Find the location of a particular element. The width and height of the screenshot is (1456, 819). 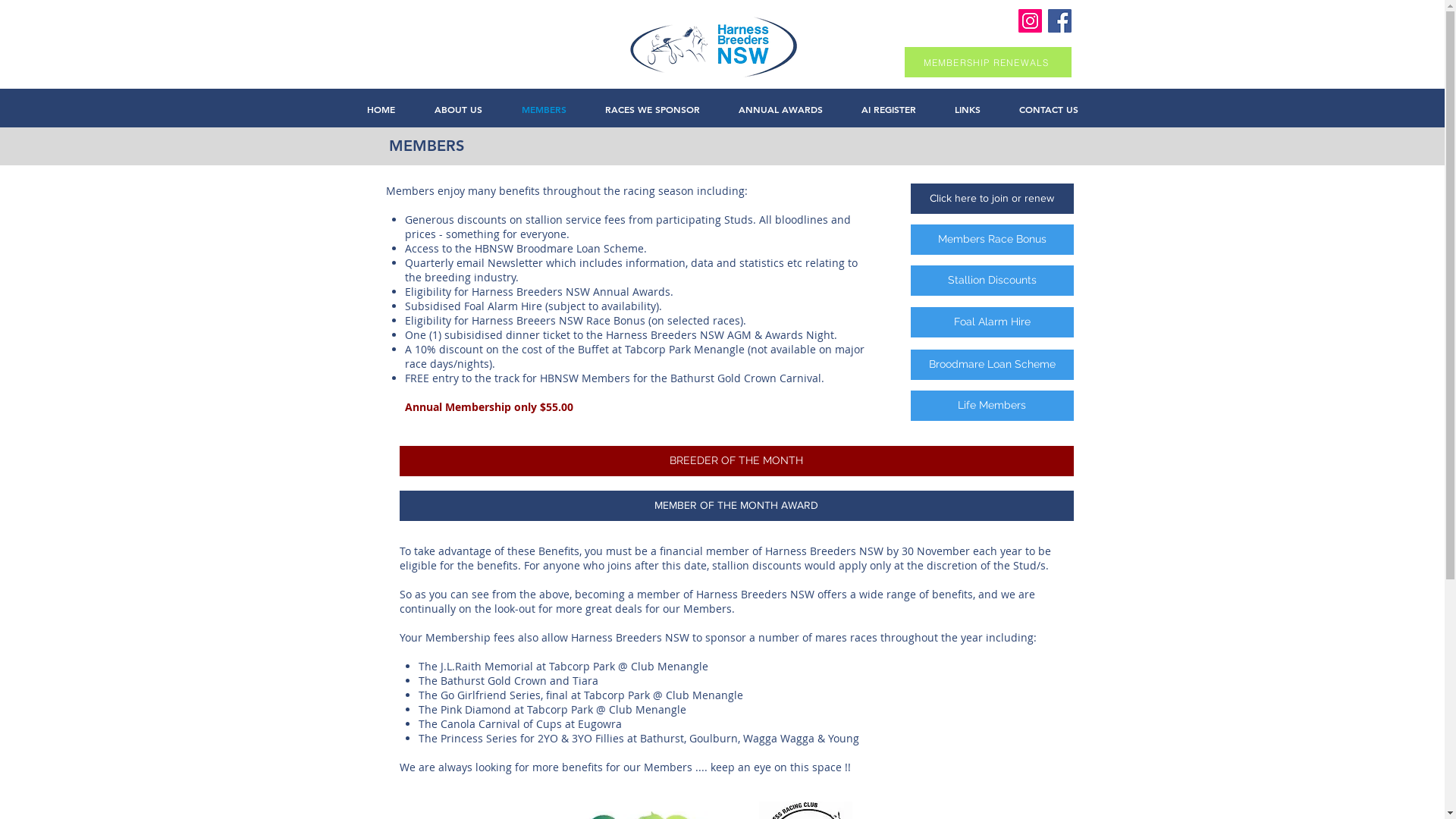

'CONTACT US' is located at coordinates (1047, 108).